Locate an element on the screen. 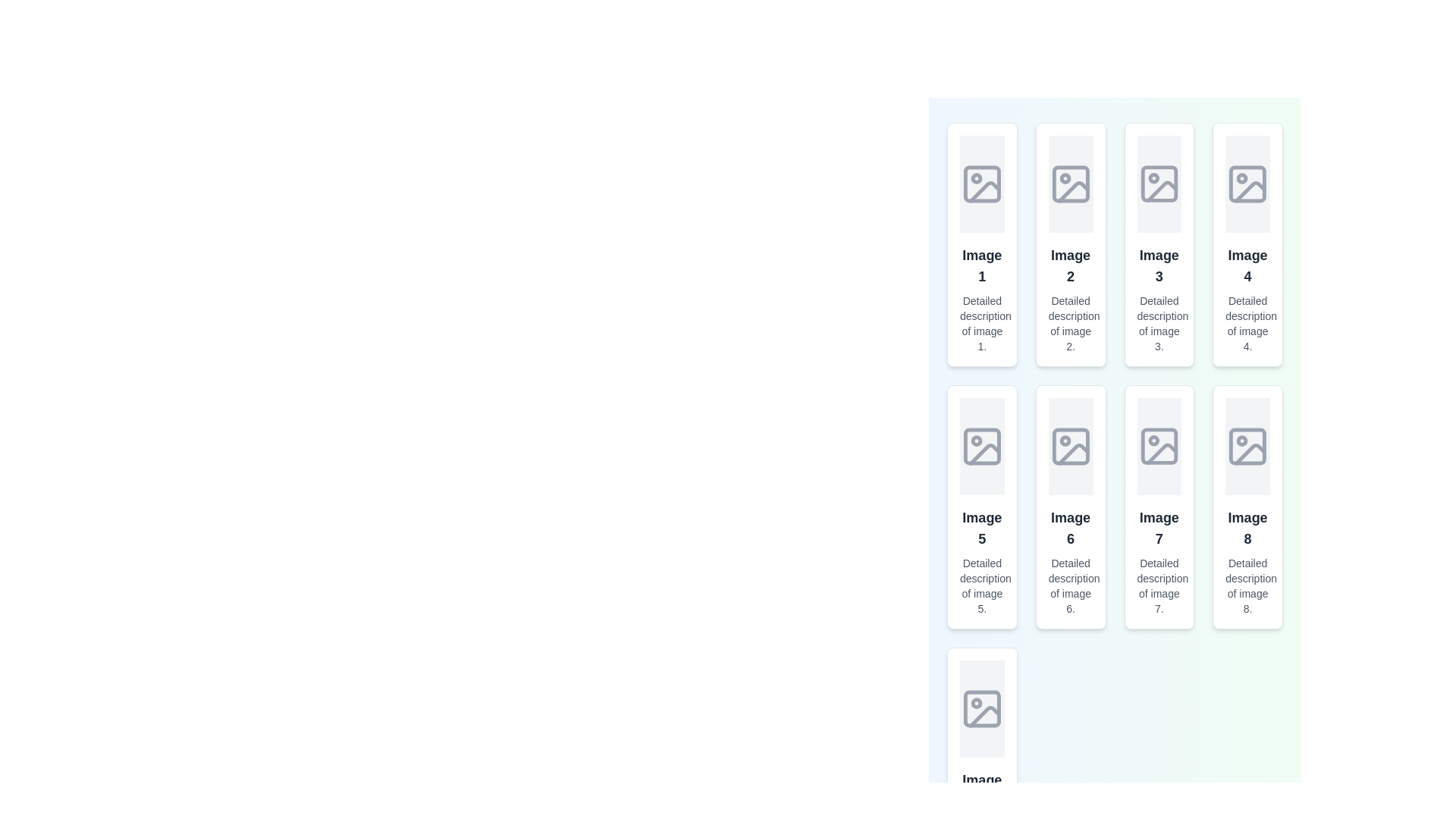 The height and width of the screenshot is (819, 1456). the Card element that contains an image placeholder and descriptive text about 'Image 7', located in the second row, third column of the grid layout is located at coordinates (1158, 507).